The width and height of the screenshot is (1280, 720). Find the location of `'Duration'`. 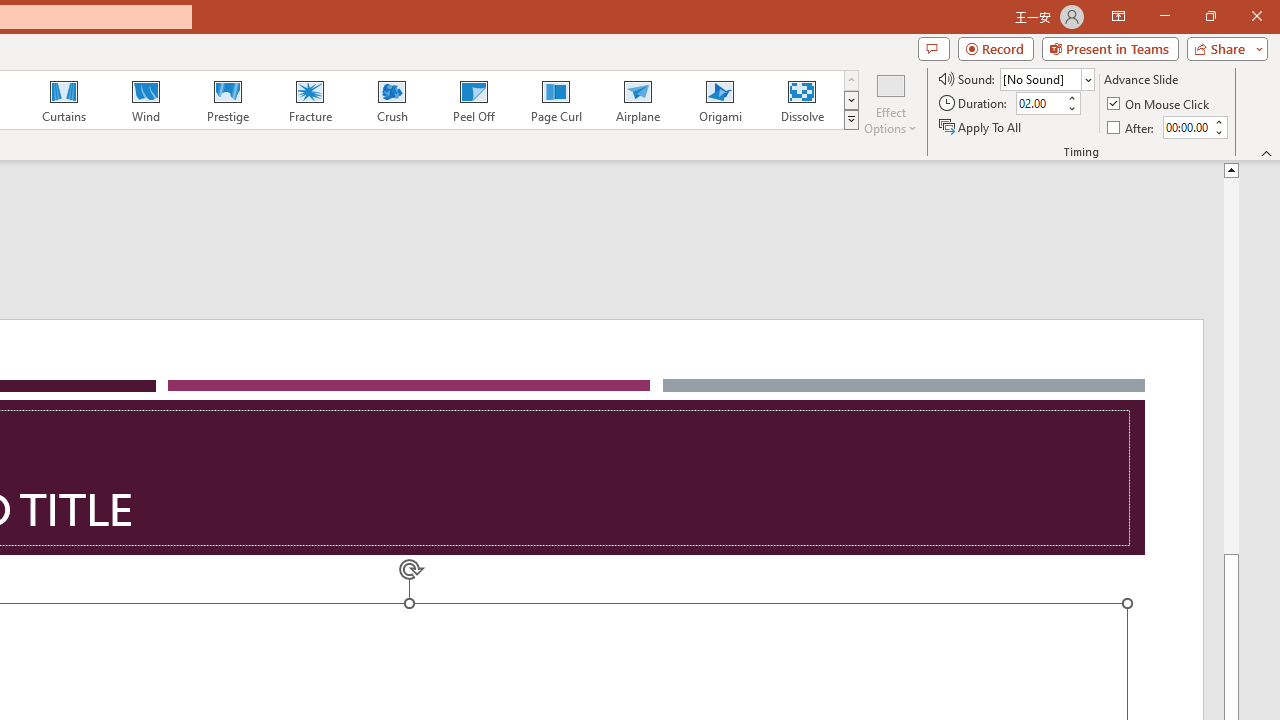

'Duration' is located at coordinates (1040, 103).